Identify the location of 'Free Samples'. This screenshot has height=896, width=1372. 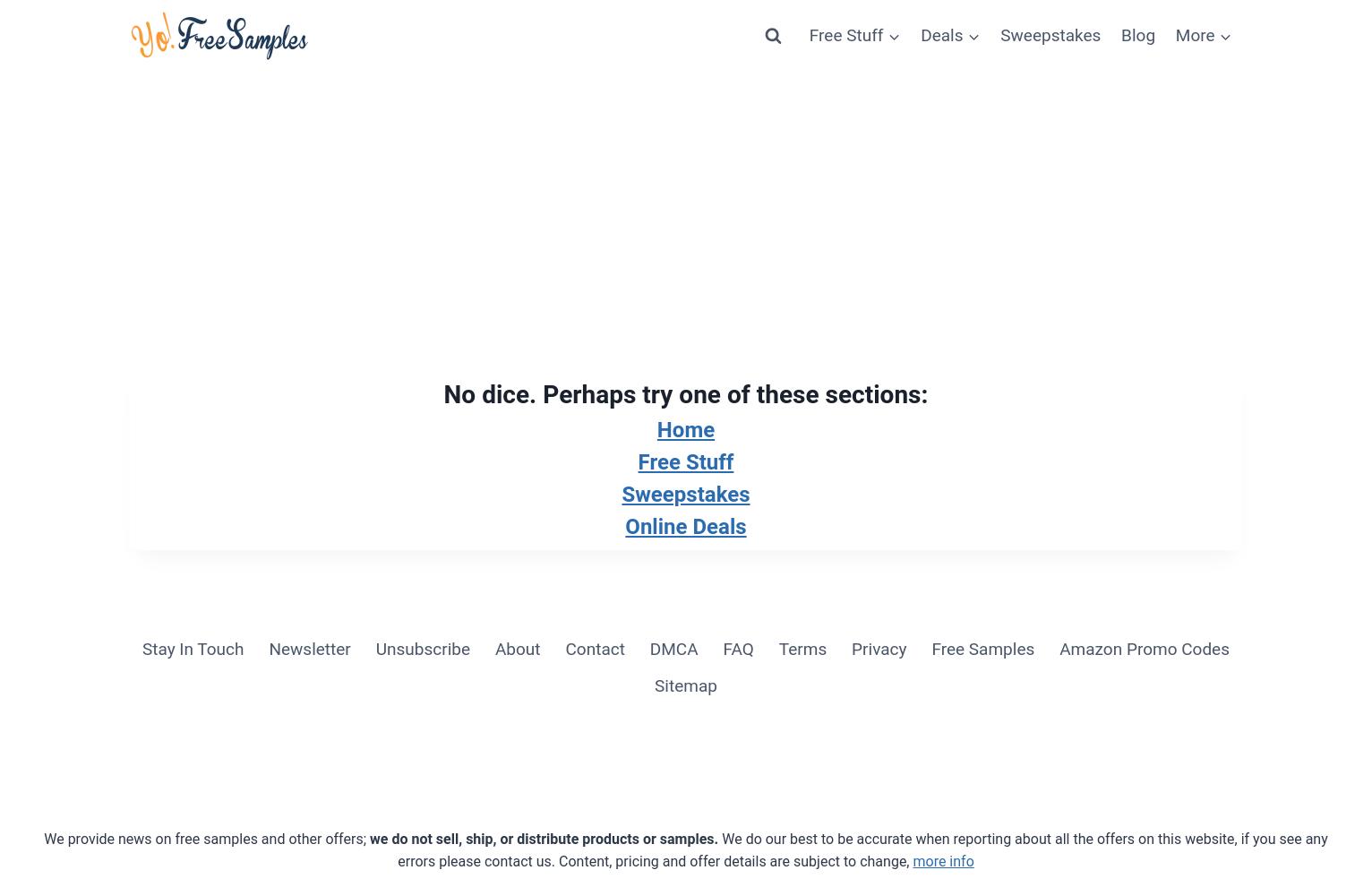
(982, 647).